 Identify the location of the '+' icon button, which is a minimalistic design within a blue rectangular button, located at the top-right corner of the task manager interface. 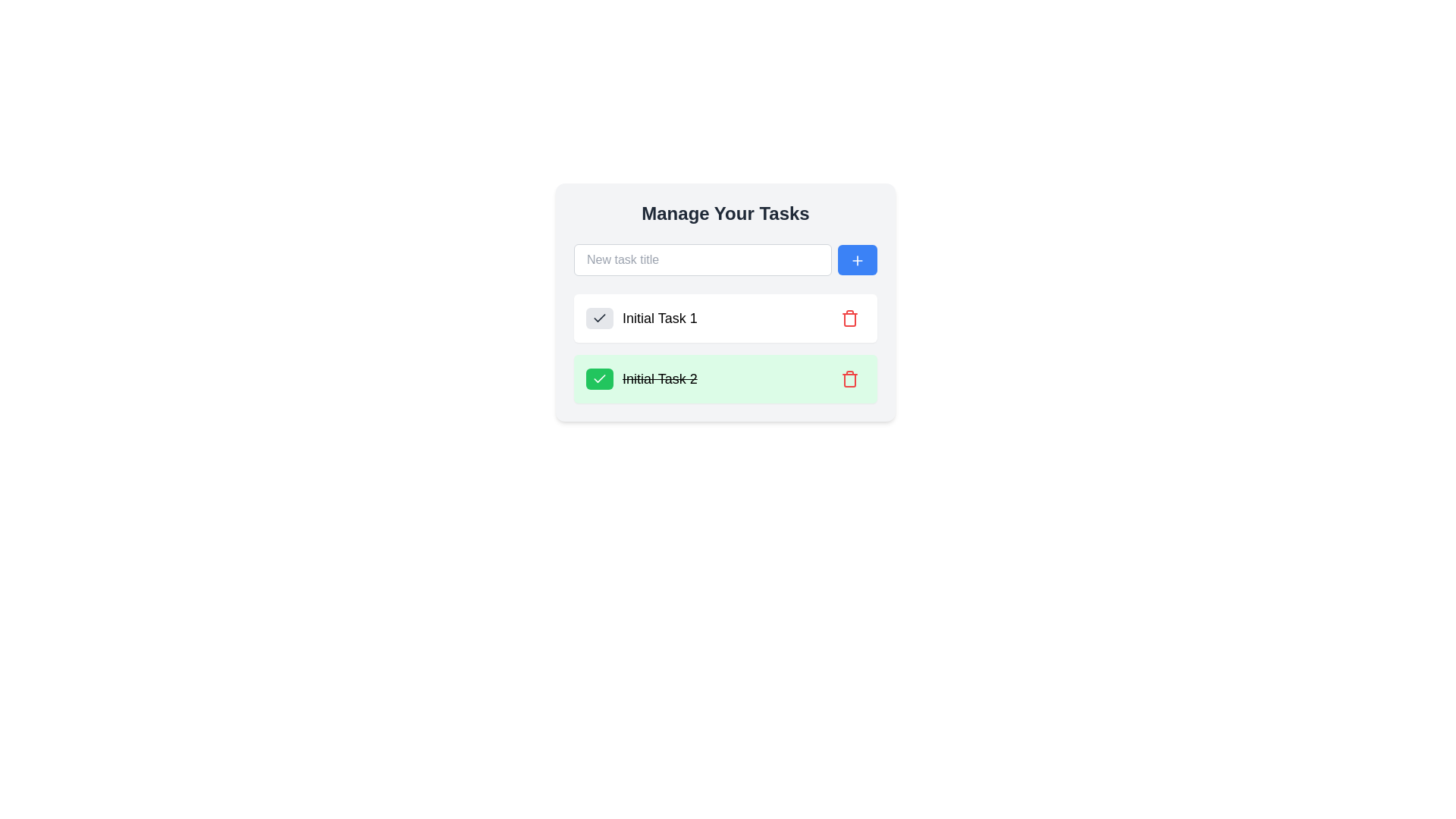
(858, 259).